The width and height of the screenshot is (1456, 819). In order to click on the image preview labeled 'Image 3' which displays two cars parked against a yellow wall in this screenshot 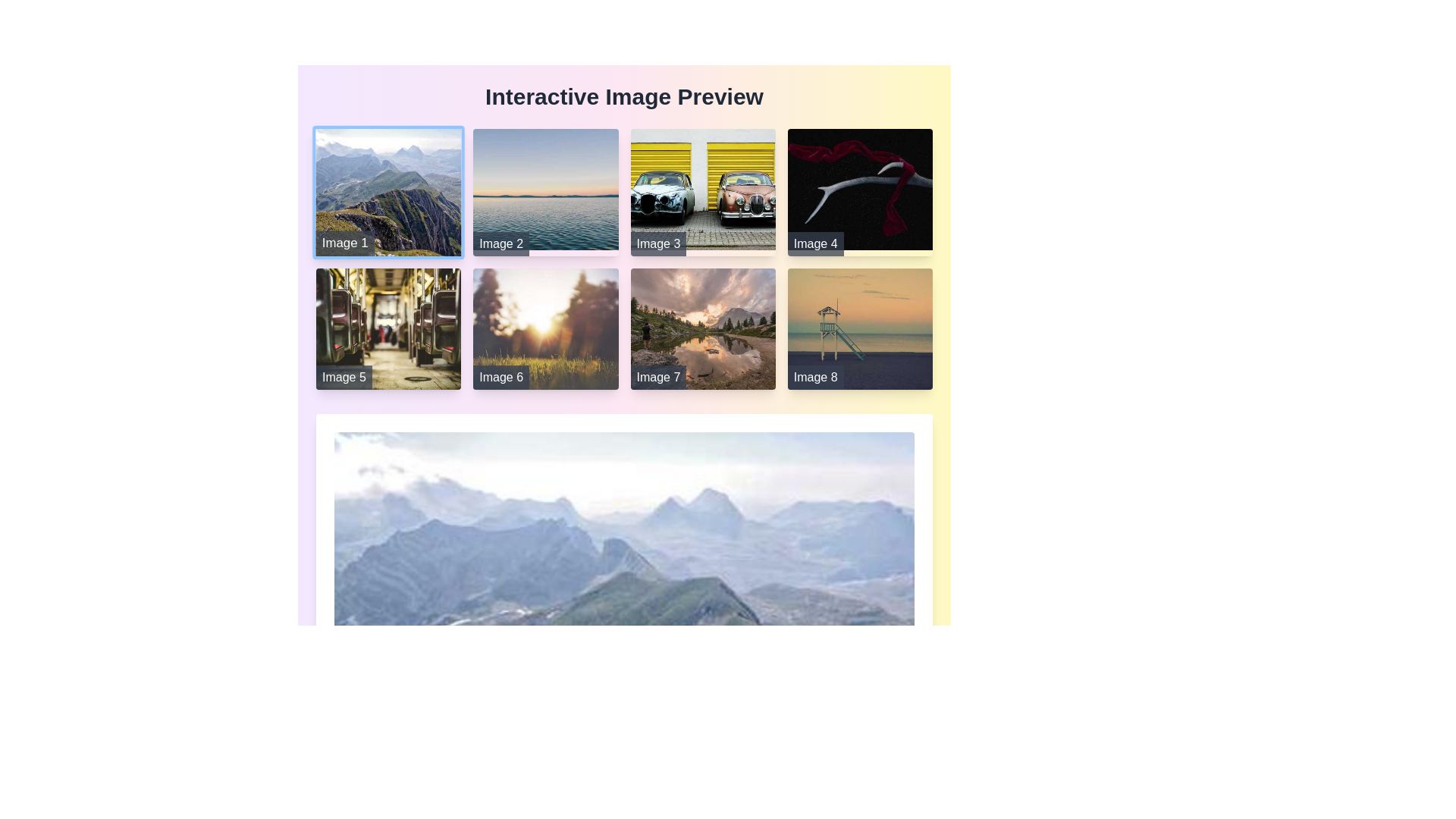, I will do `click(702, 192)`.